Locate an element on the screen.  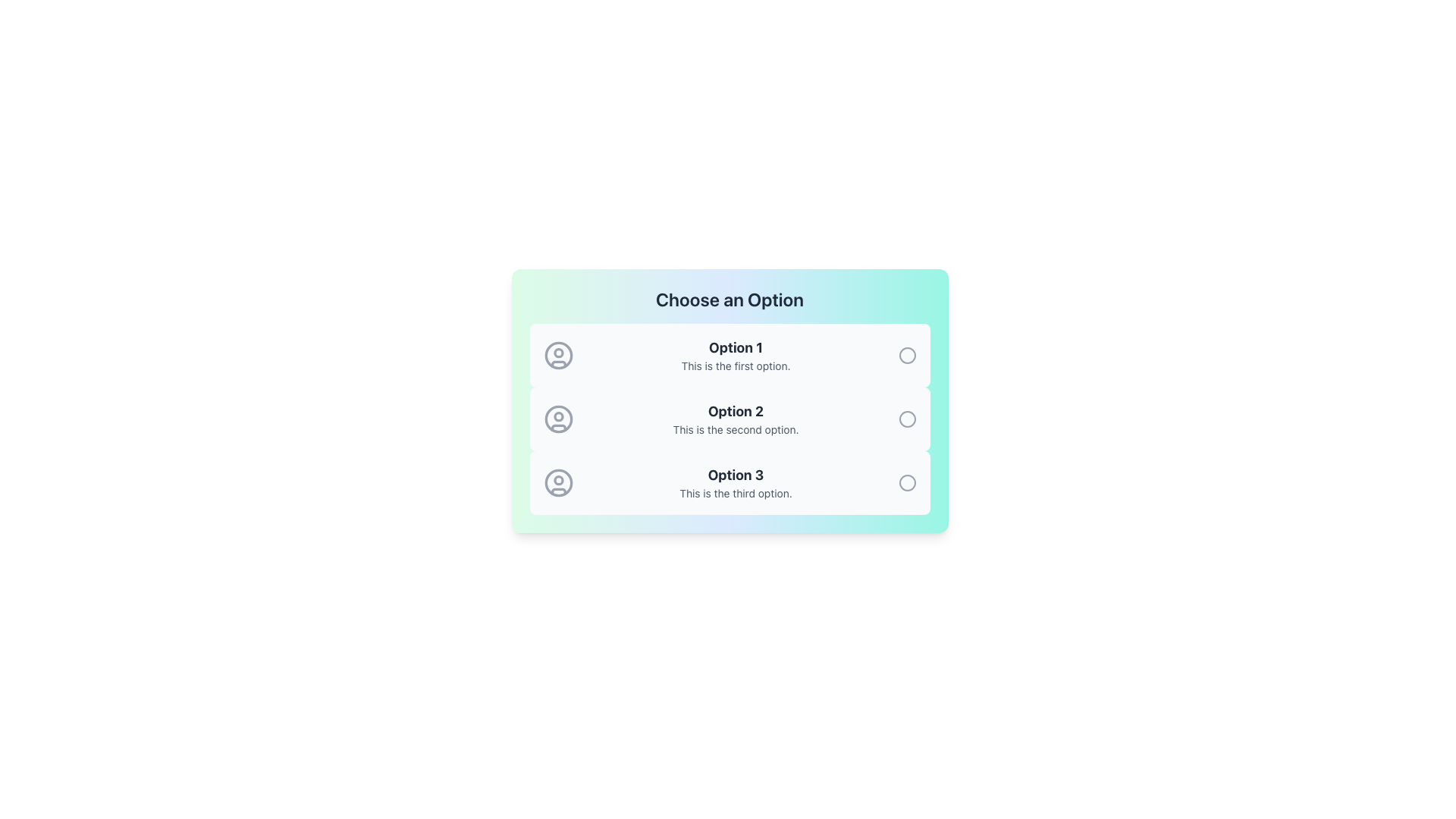
the circular outline element located in the middle of the lower part of the user icon, which is displayed on the left of the Option 3 row is located at coordinates (557, 482).